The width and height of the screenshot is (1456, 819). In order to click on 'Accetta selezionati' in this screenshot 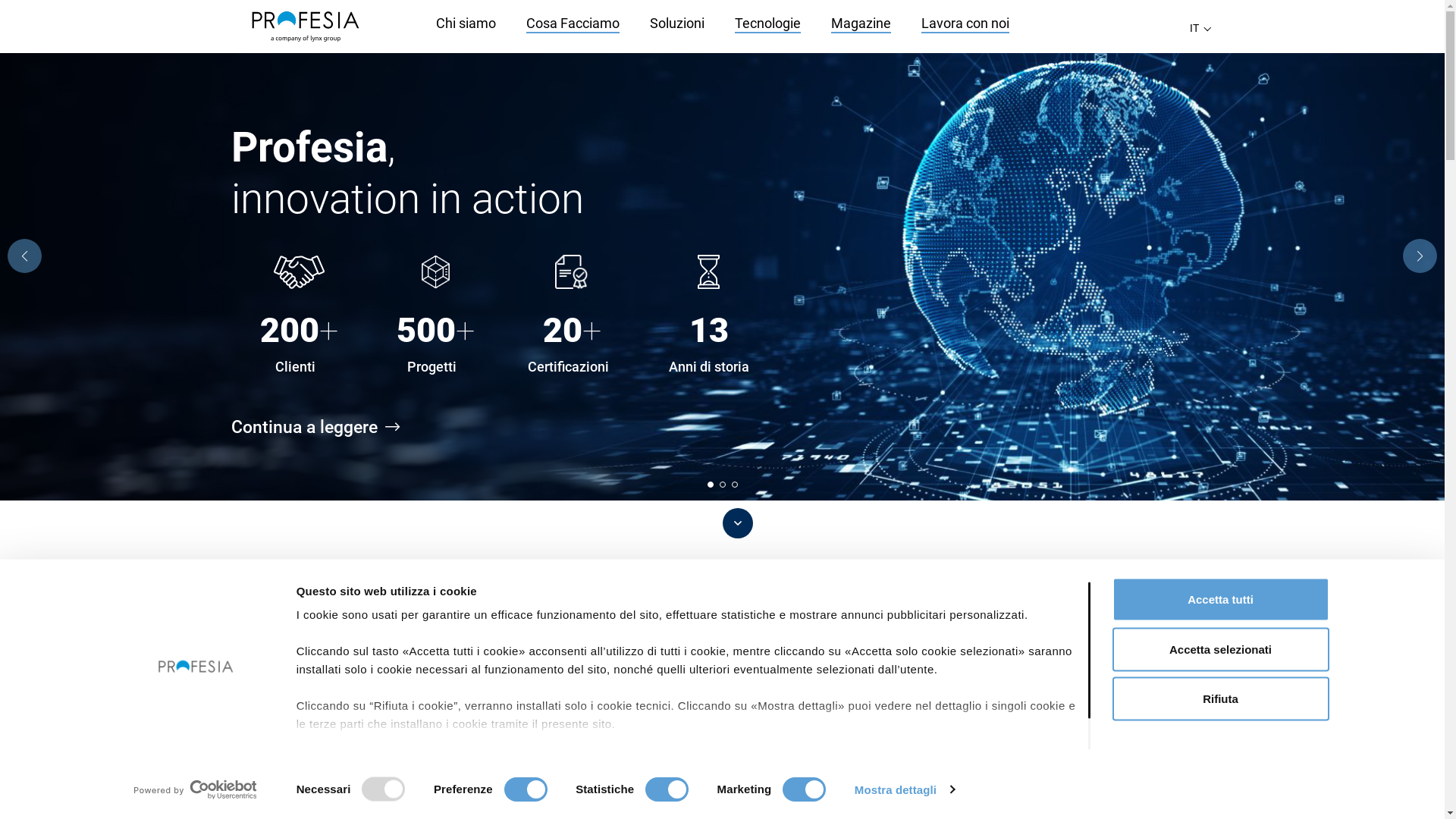, I will do `click(1111, 648)`.